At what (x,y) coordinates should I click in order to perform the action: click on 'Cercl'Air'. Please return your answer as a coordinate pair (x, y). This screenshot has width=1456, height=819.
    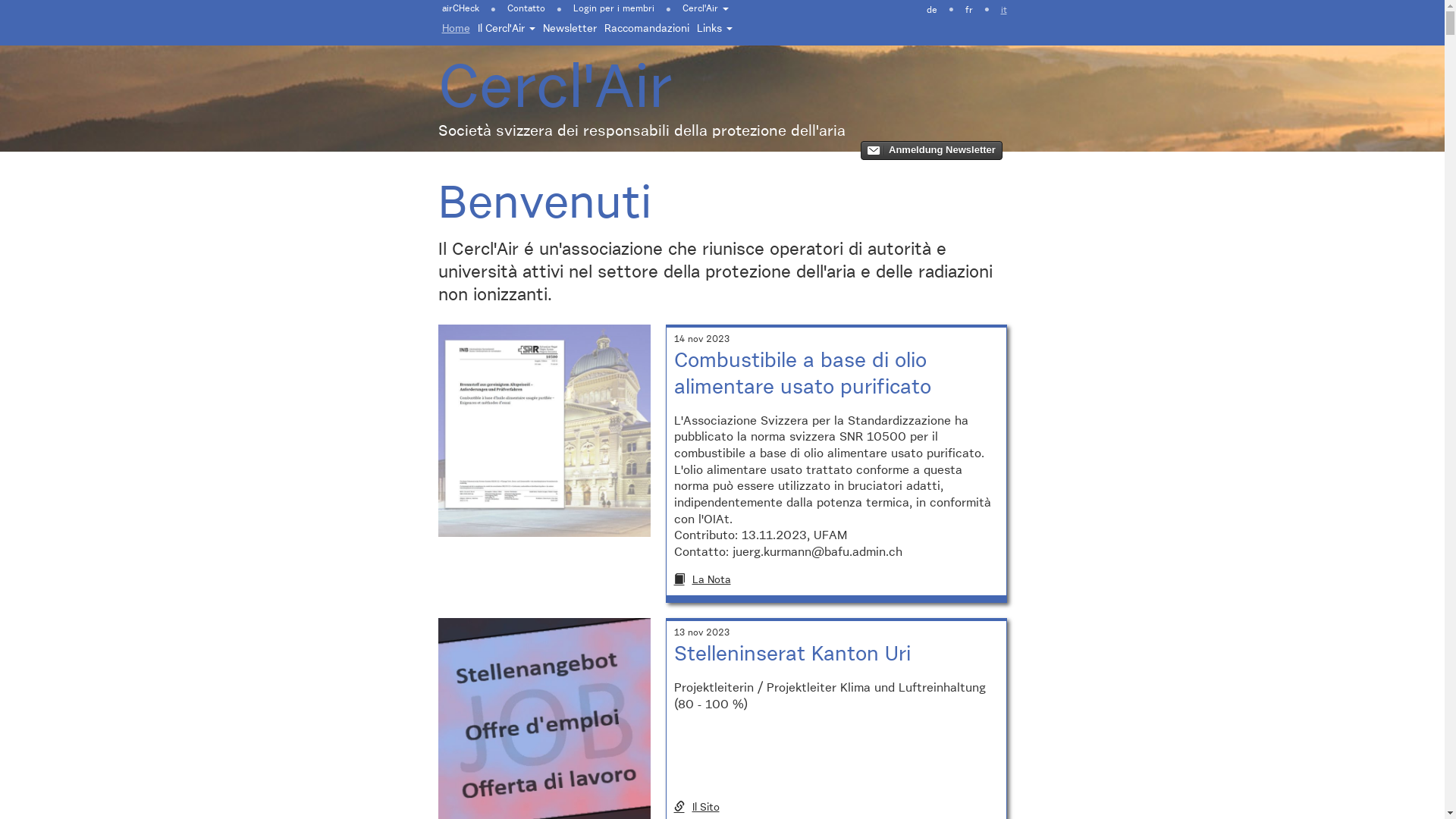
    Looking at the image, I should click on (669, 8).